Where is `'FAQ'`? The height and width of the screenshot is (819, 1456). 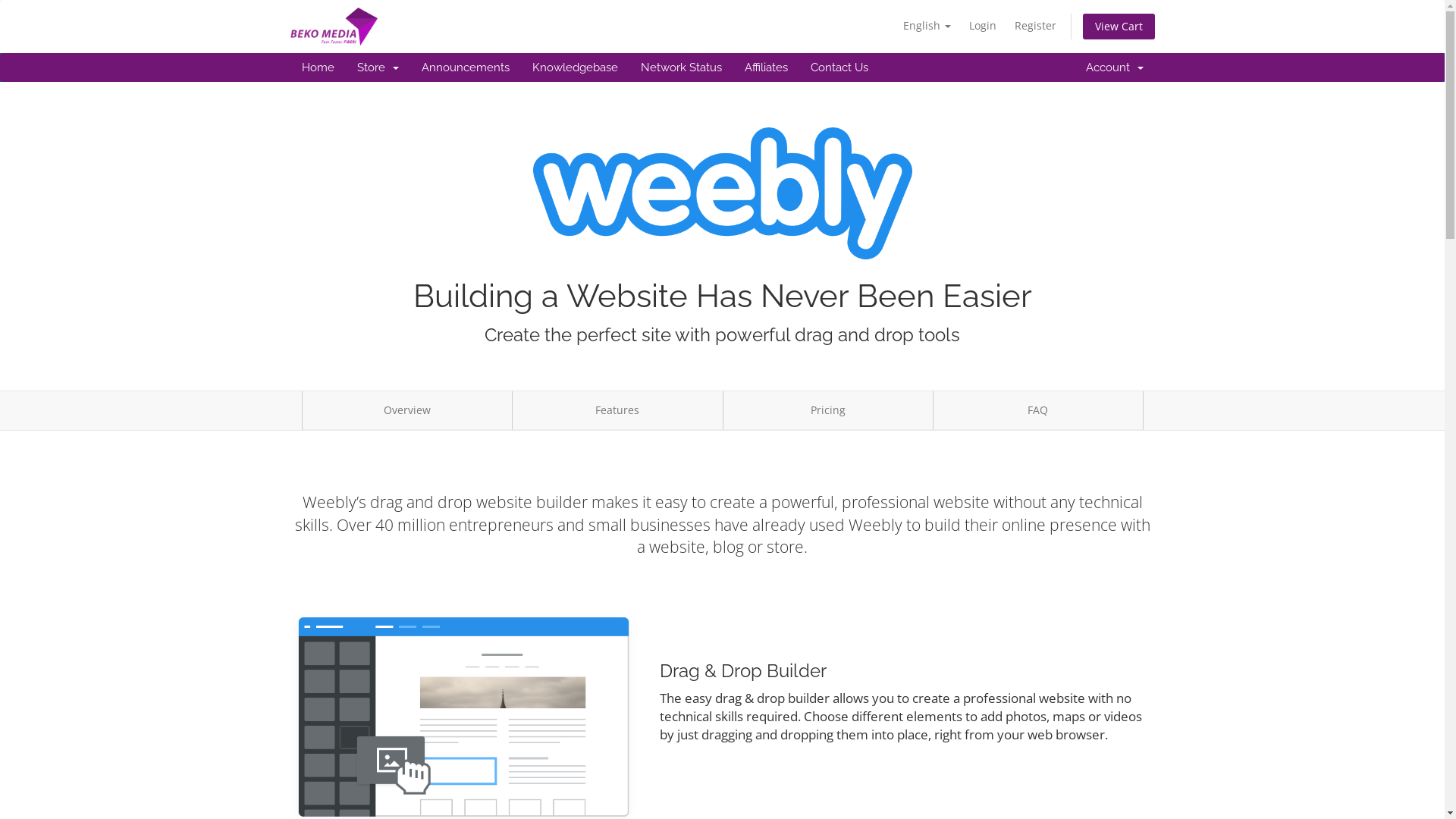 'FAQ' is located at coordinates (931, 410).